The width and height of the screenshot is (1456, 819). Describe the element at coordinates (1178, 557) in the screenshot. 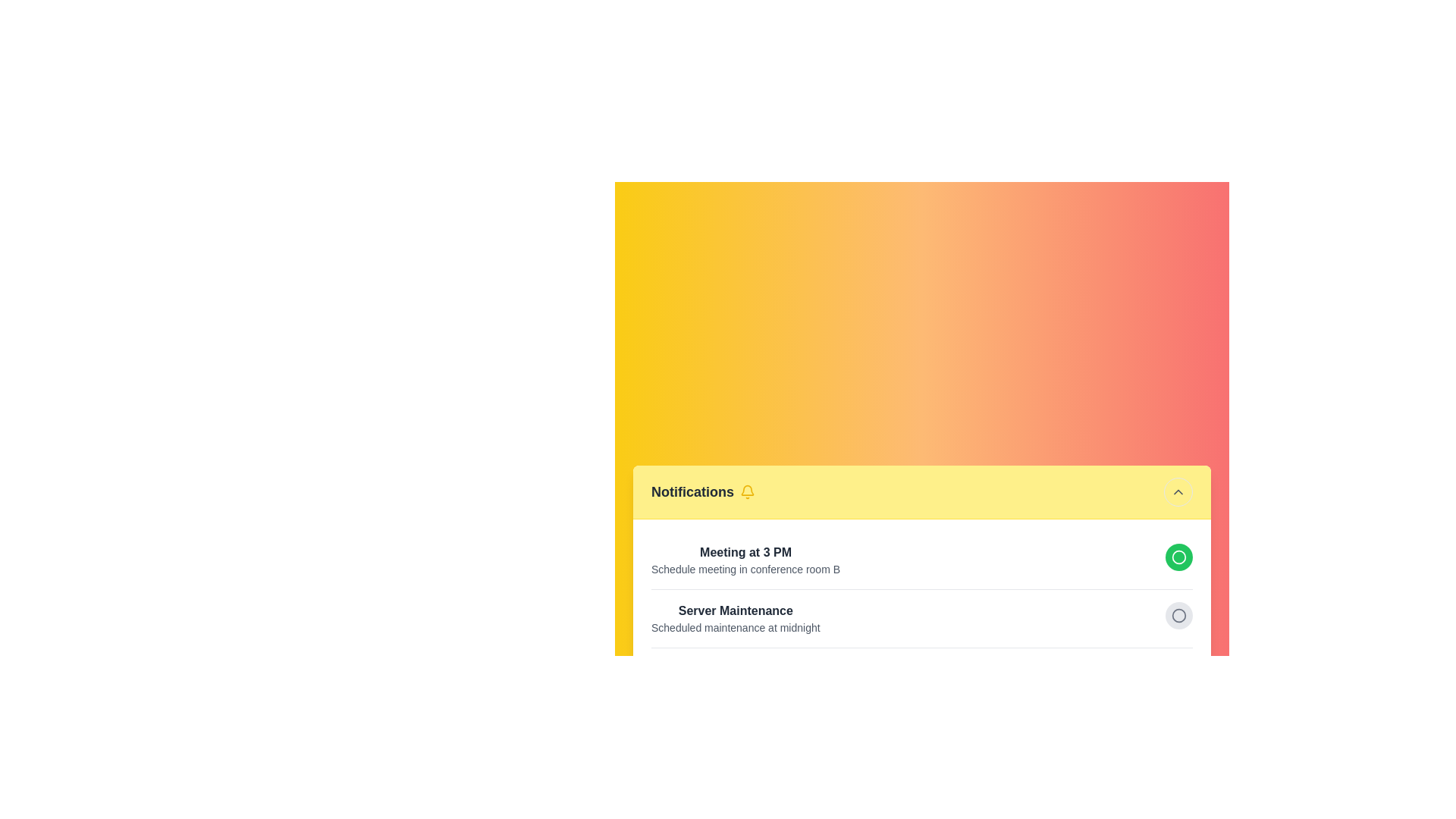

I see `the Circle icon representing the second notification in the notification pane, located near the right edge and aligned with the corresponding list item text` at that location.